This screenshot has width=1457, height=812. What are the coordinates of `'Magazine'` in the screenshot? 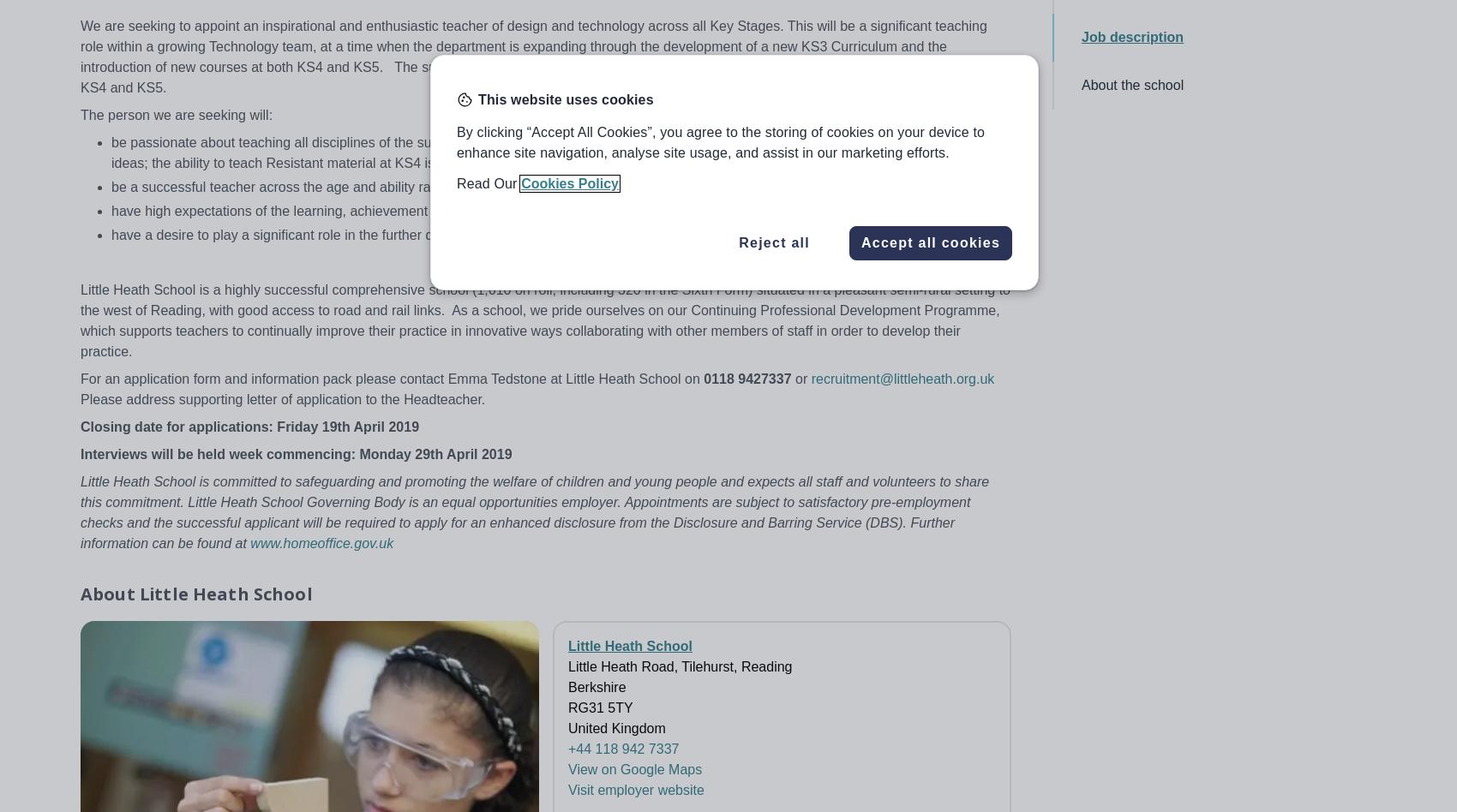 It's located at (1233, 565).